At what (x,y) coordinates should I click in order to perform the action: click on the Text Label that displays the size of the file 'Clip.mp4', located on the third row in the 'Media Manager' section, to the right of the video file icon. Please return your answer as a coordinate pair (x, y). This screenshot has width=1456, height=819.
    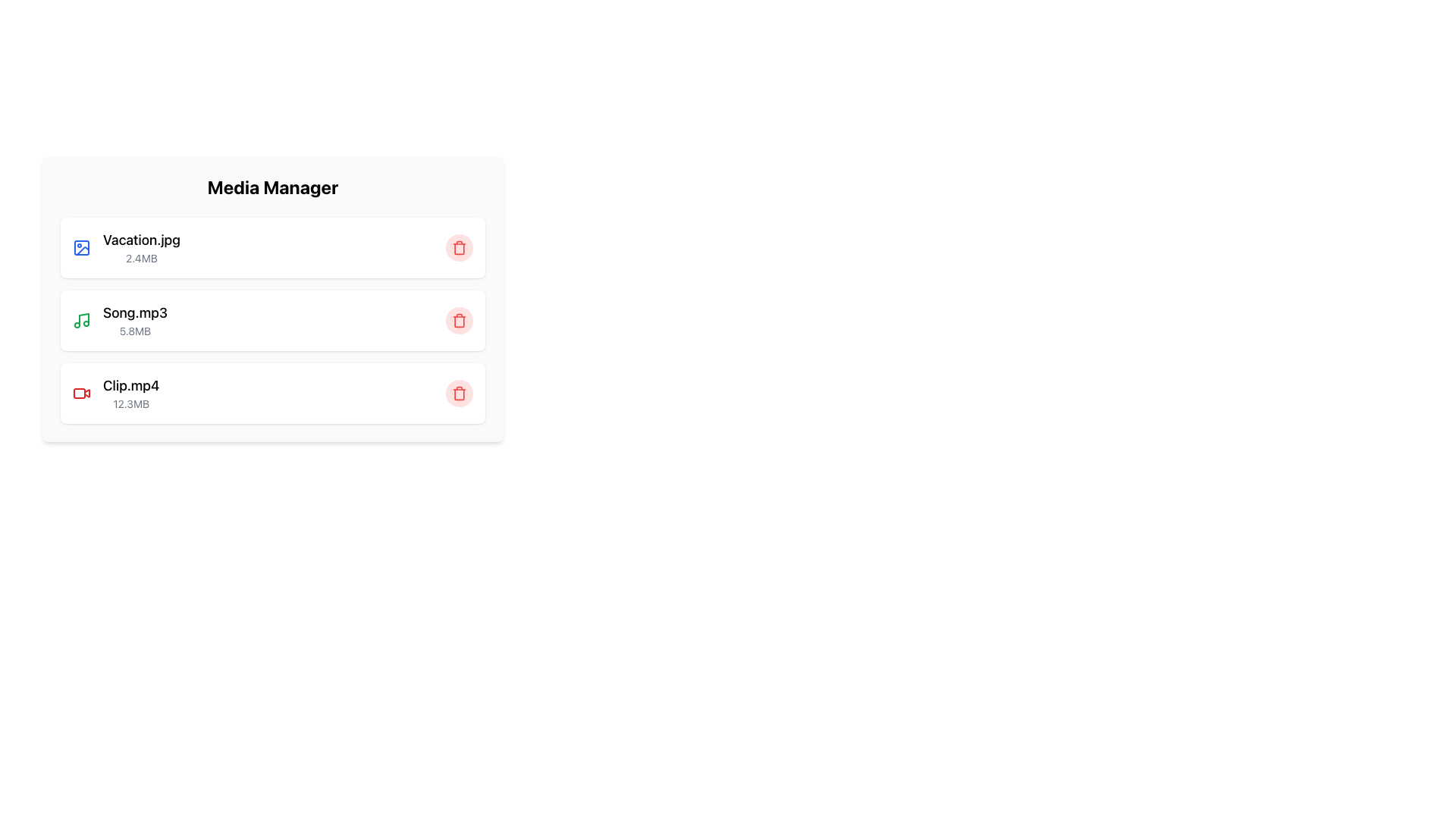
    Looking at the image, I should click on (131, 403).